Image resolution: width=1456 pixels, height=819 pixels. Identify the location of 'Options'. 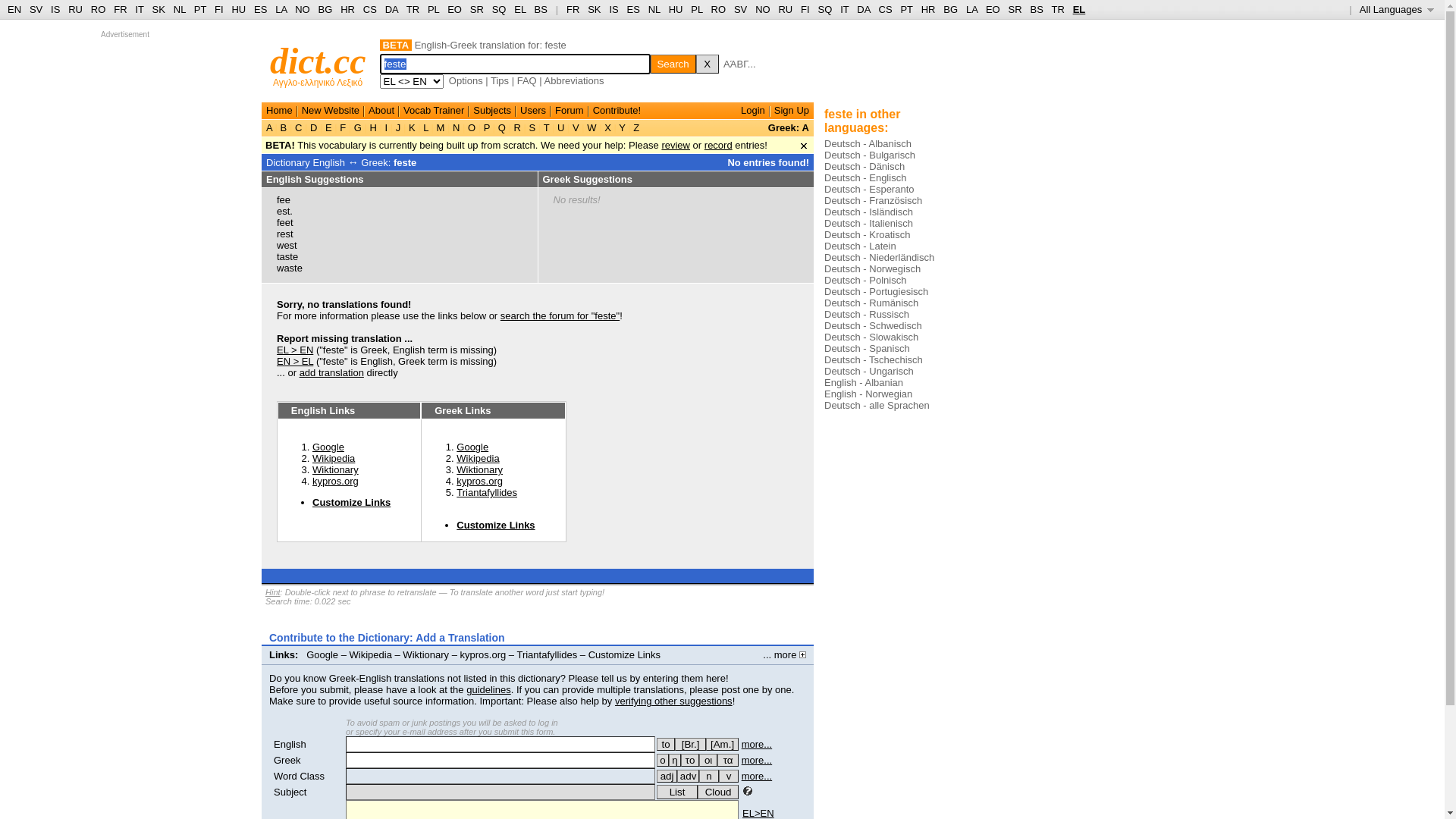
(465, 80).